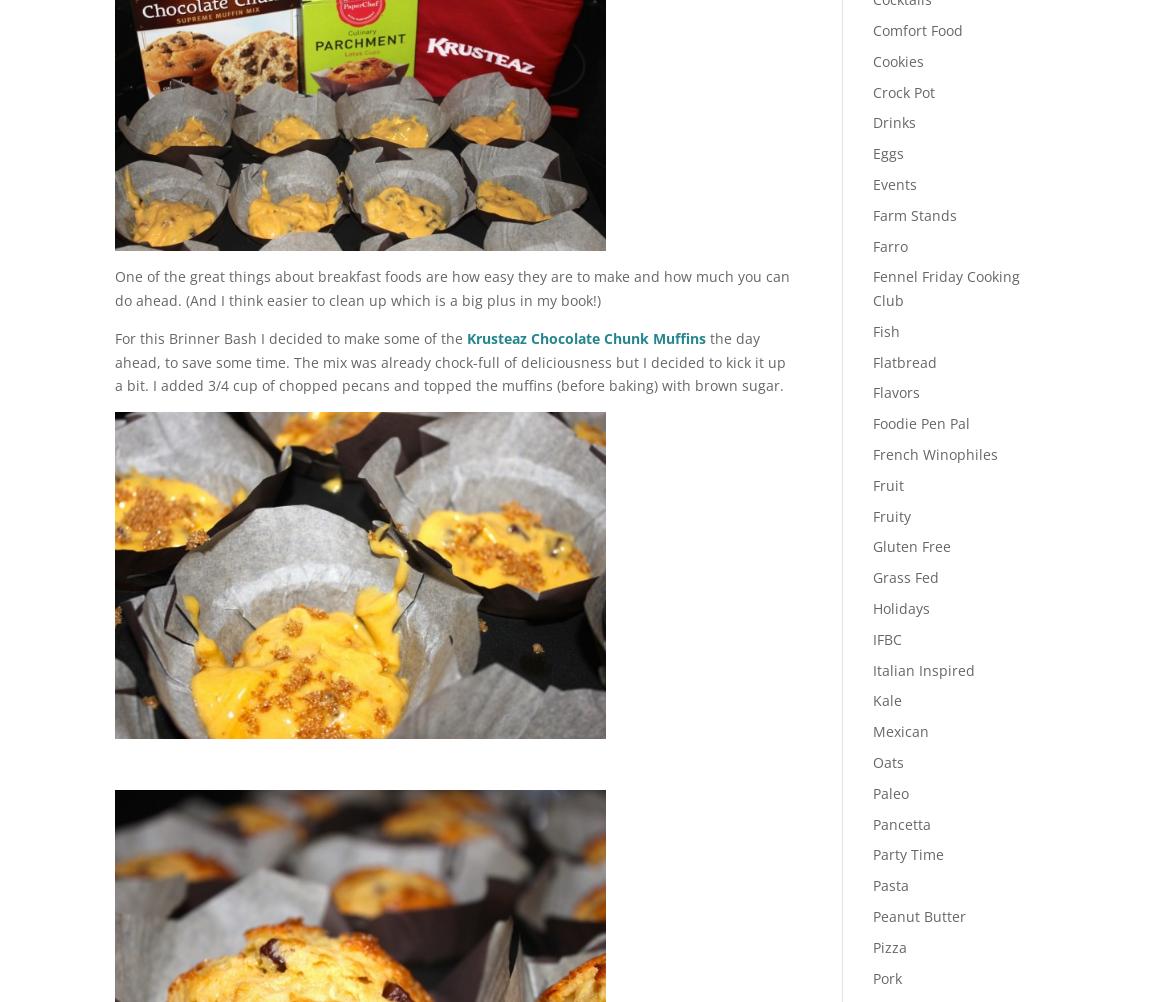 The width and height of the screenshot is (1150, 1002). What do you see at coordinates (114, 337) in the screenshot?
I see `'For this Brinner Bash I decided to make some of the'` at bounding box center [114, 337].